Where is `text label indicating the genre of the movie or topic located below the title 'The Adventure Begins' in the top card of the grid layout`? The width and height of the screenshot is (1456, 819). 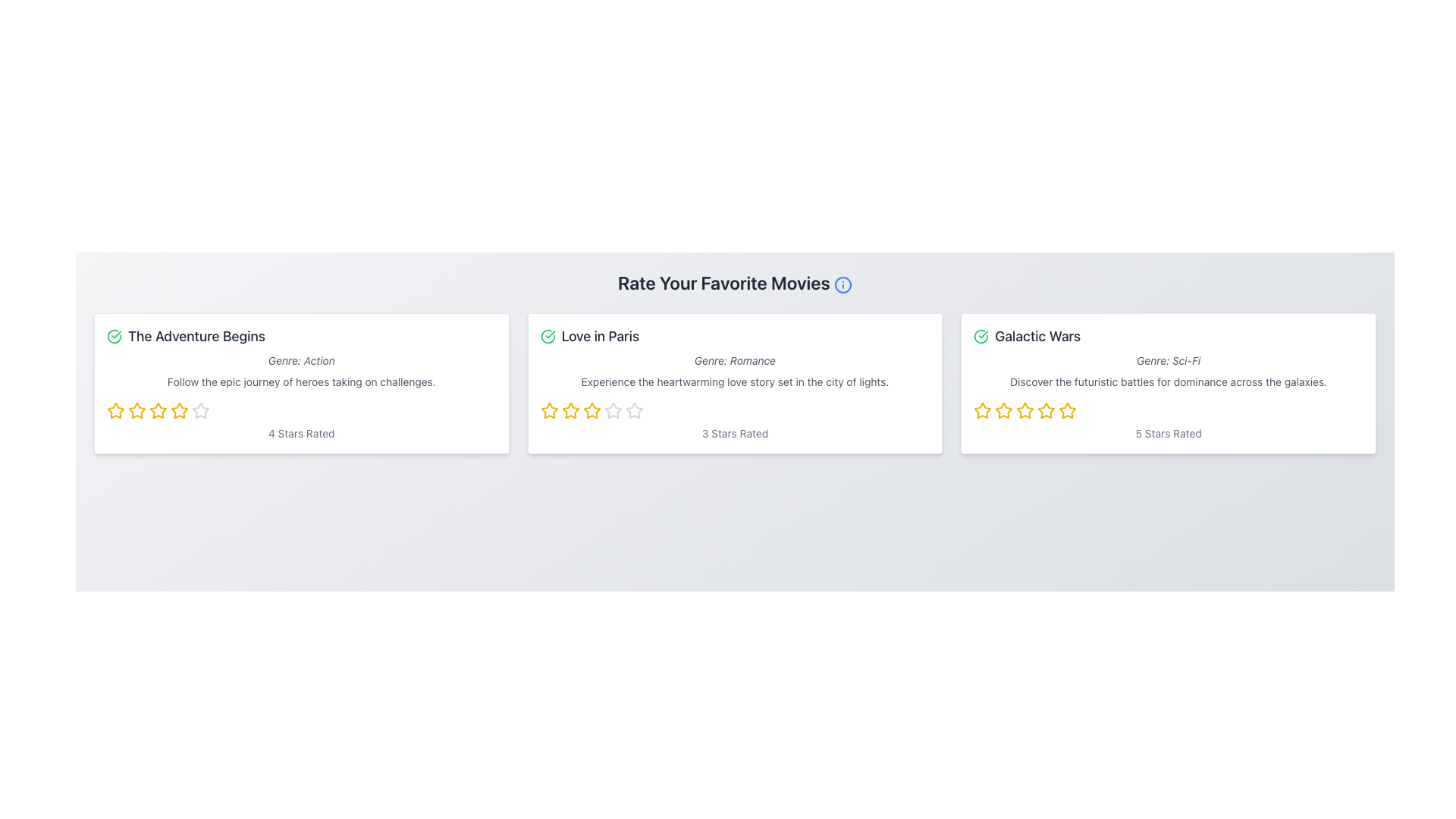 text label indicating the genre of the movie or topic located below the title 'The Adventure Begins' in the top card of the grid layout is located at coordinates (301, 360).